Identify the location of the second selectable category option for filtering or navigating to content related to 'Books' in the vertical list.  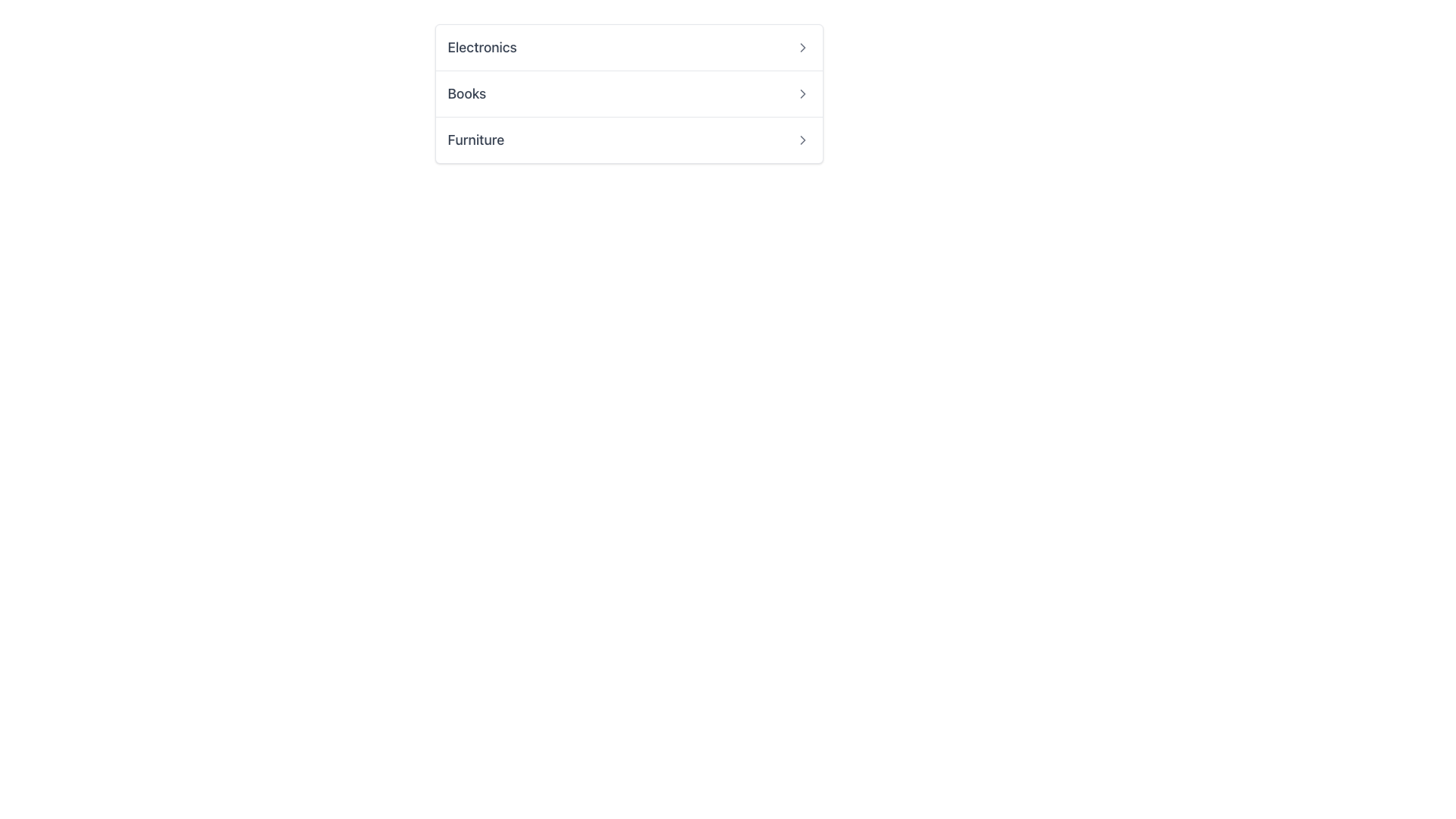
(629, 93).